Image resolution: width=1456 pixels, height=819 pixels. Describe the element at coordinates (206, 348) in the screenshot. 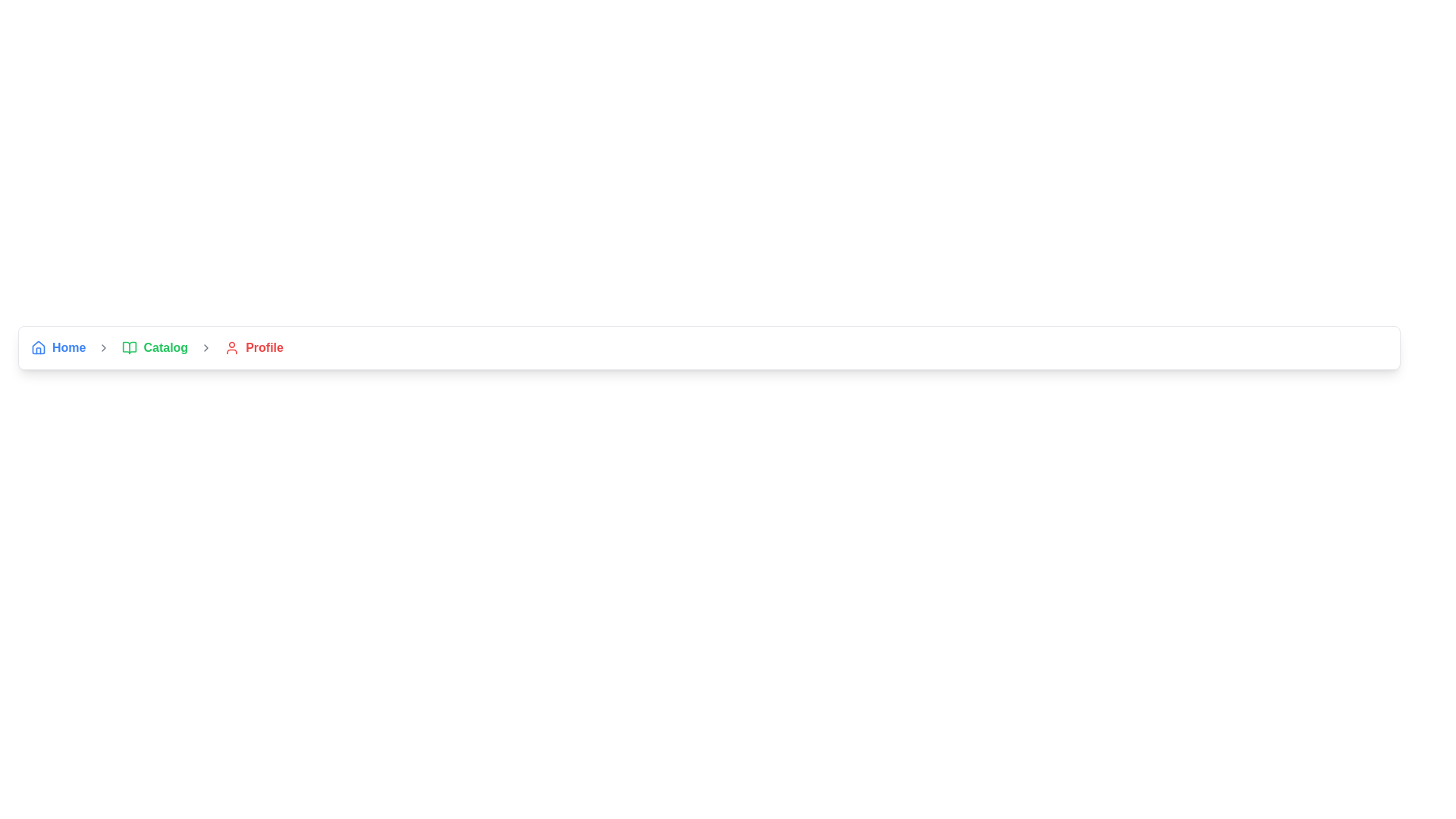

I see `the separator icon in the breadcrumb navigation that indicates progression from the 'Catalog' section to the 'Profile' section` at that location.